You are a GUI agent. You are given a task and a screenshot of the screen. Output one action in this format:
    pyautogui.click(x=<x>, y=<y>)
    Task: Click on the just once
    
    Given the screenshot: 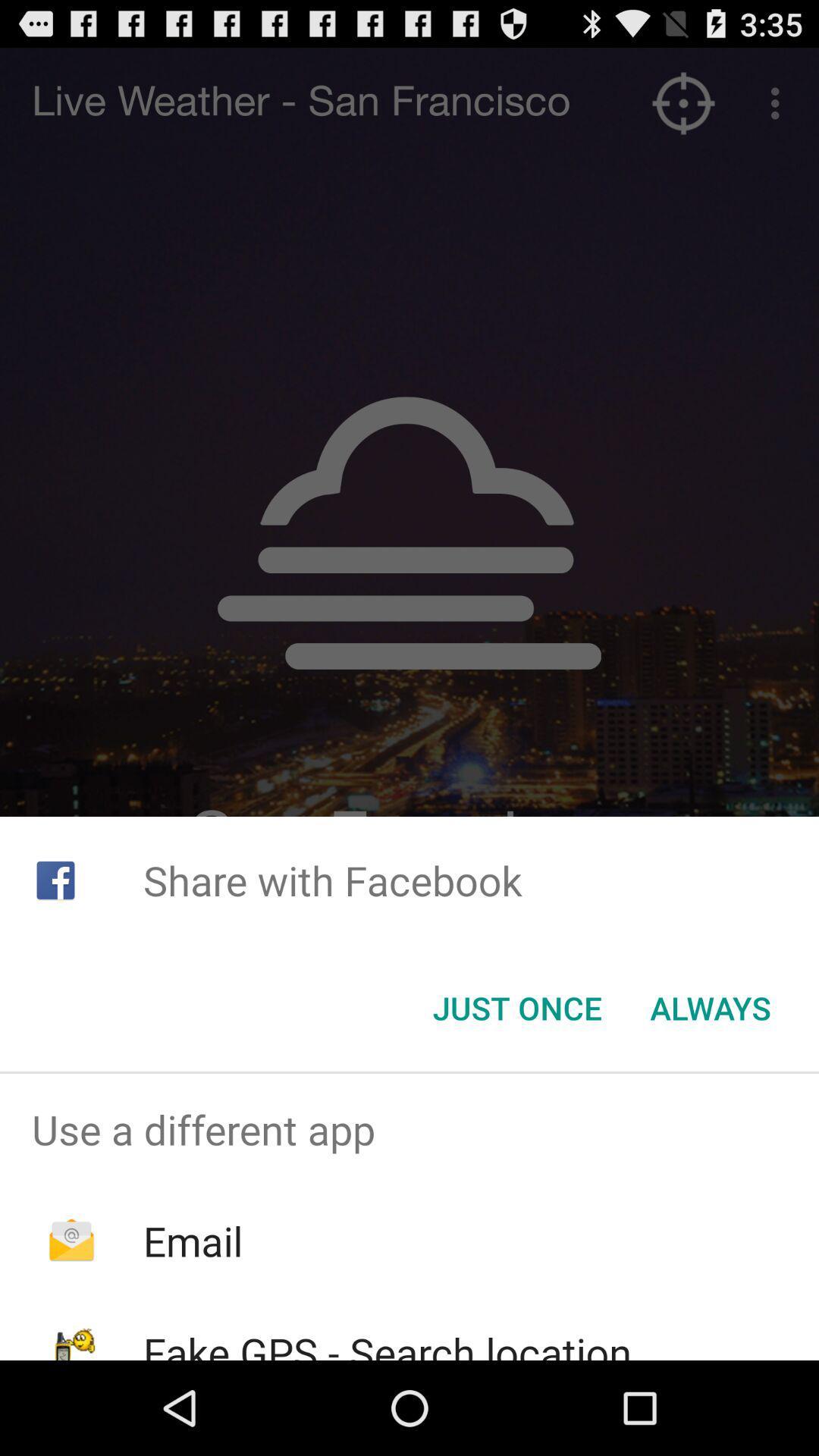 What is the action you would take?
    pyautogui.click(x=516, y=1008)
    